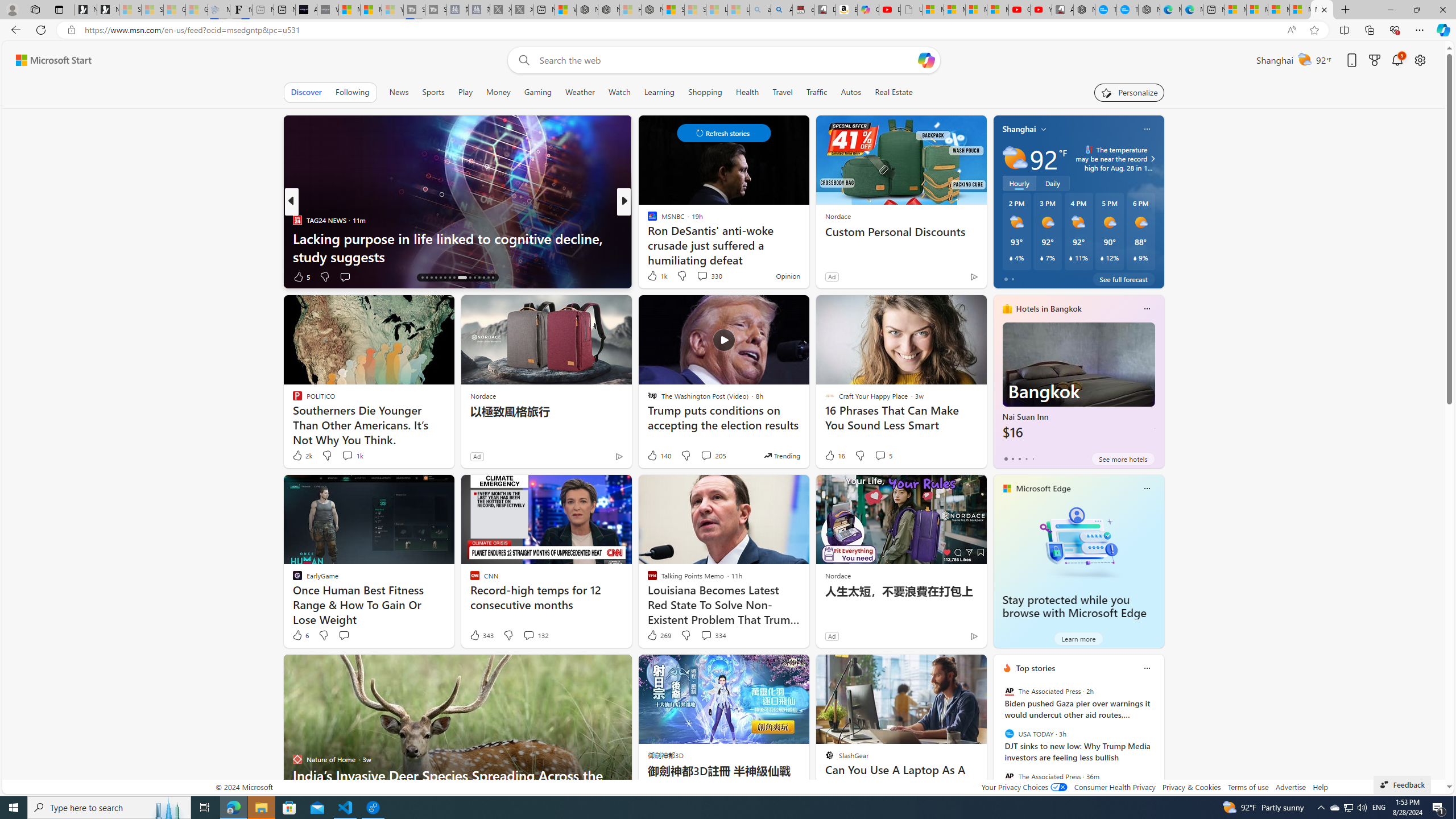 This screenshot has width=1456, height=819. I want to click on 'Top stories', so click(1036, 668).